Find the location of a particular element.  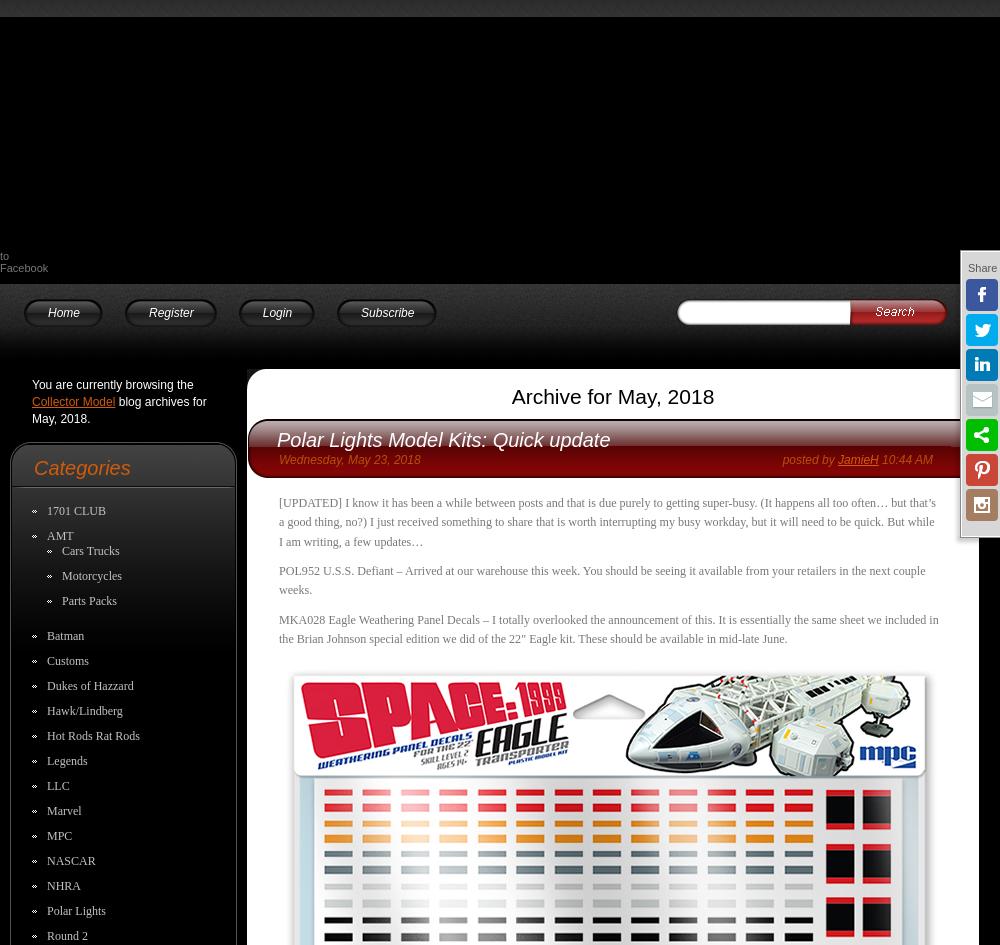

'MKA028 Eagle Weathering Panel Decals – I totally overlooked the announcement of this. It is essentially the same sheet we included in the Brian Johnson special edition we did of the 22″ Eagle kit. These should be available in mid-late June.' is located at coordinates (607, 627).